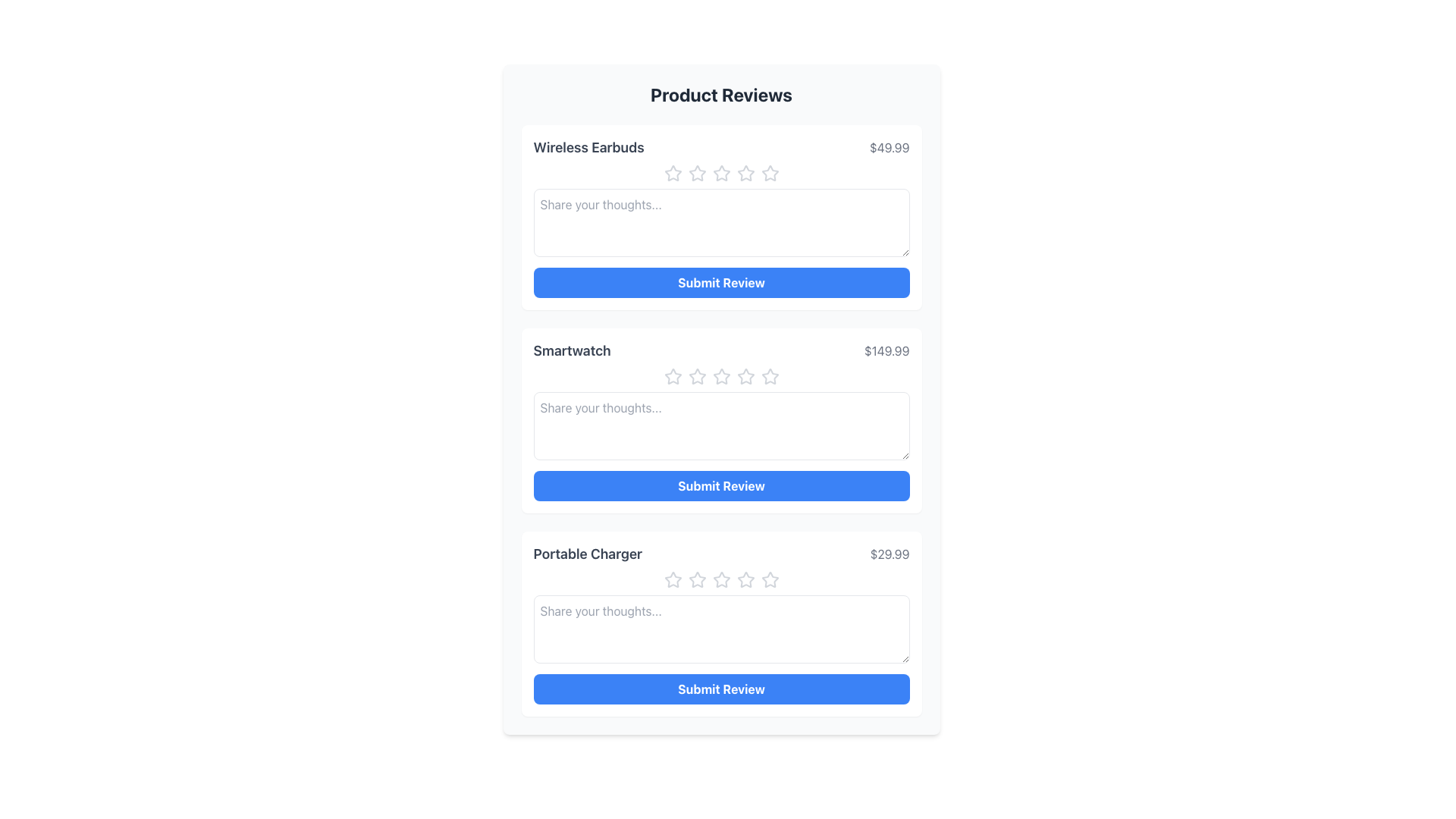 The width and height of the screenshot is (1456, 819). What do you see at coordinates (720, 579) in the screenshot?
I see `the third star icon in the row of five stars under the 'Portable Charger' review card section to rate the product` at bounding box center [720, 579].